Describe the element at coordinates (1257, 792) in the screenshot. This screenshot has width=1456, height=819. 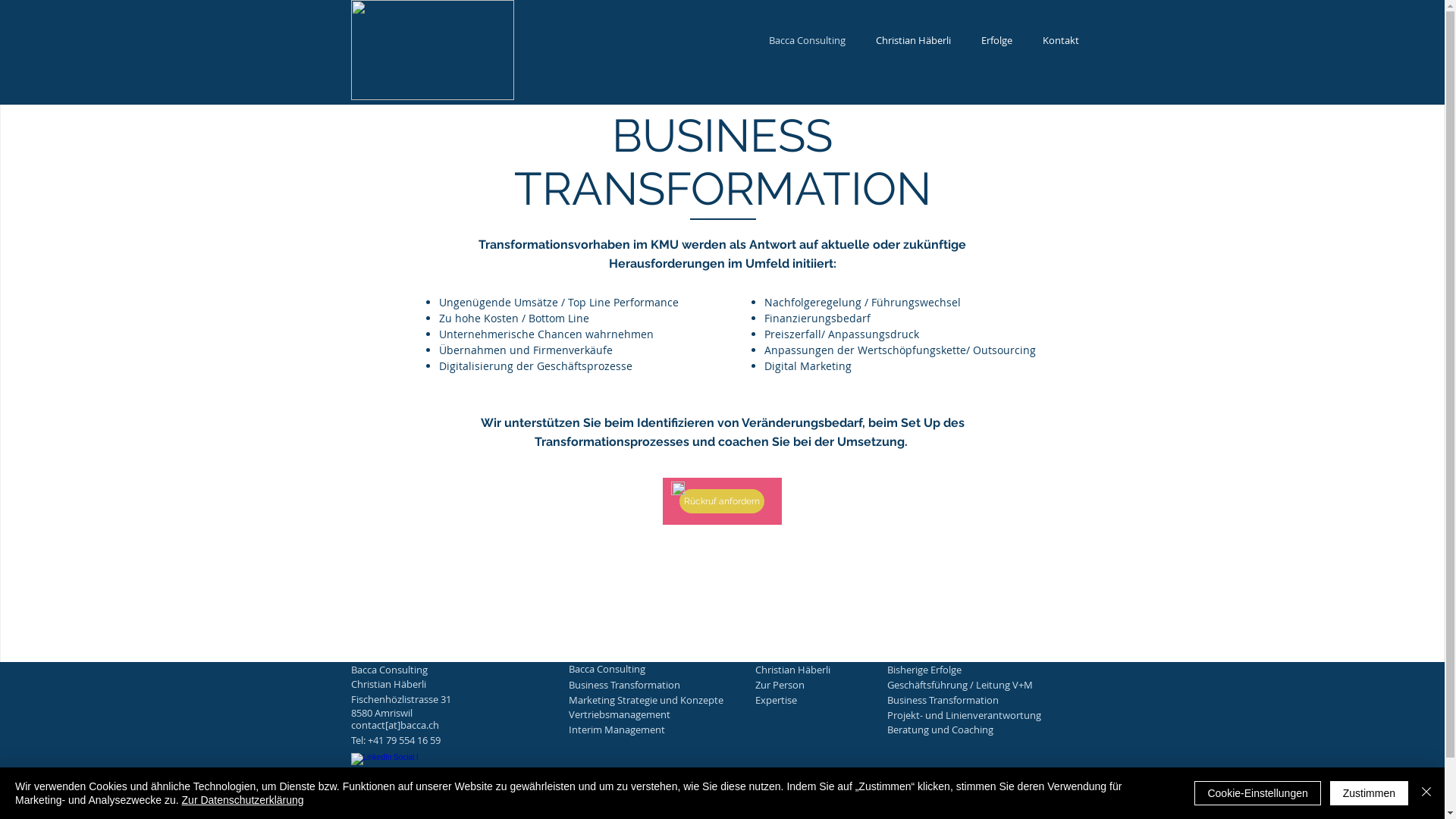
I see `'Cookie-Einstellungen'` at that location.